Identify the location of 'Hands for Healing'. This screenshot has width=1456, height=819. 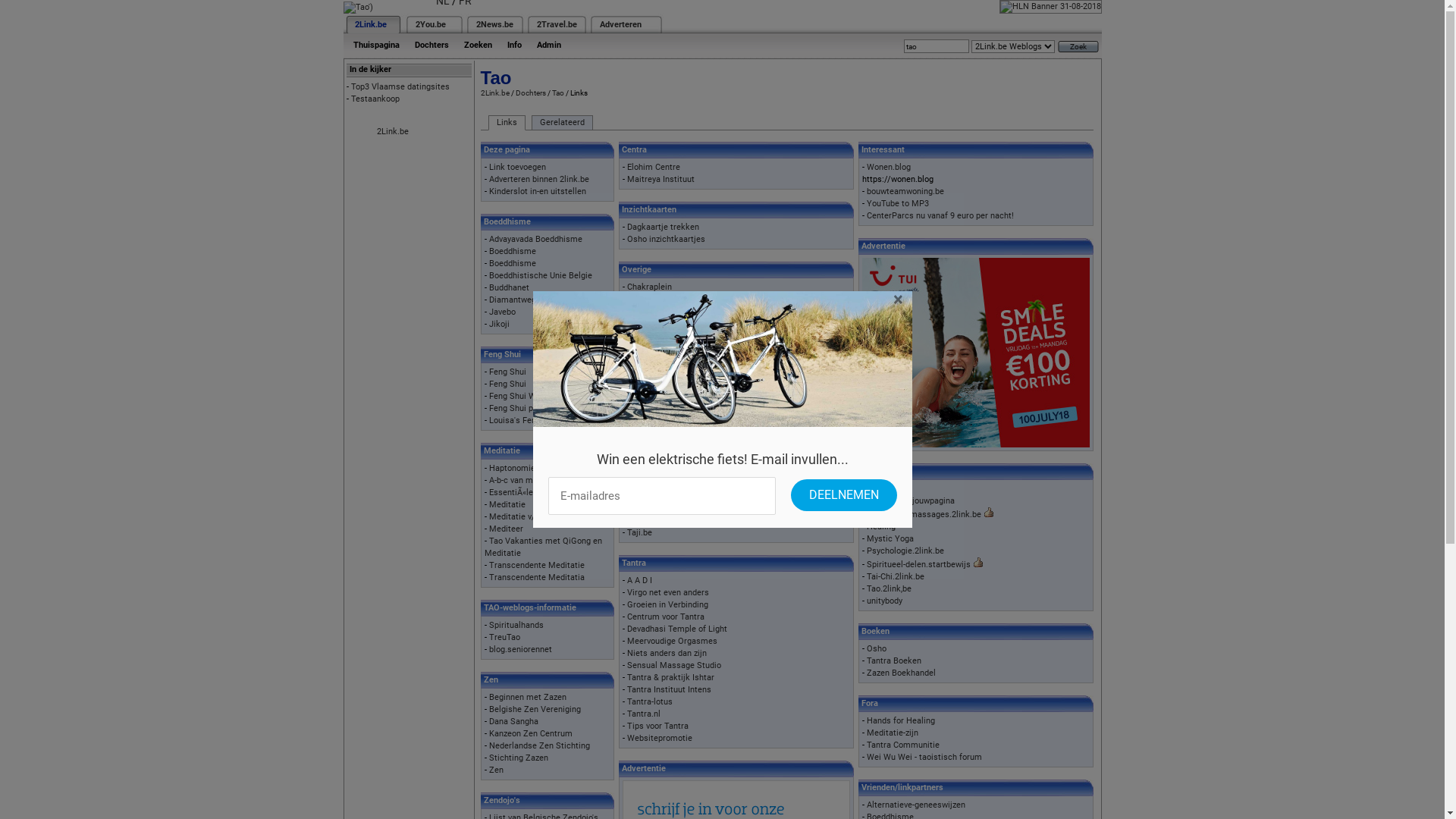
(899, 720).